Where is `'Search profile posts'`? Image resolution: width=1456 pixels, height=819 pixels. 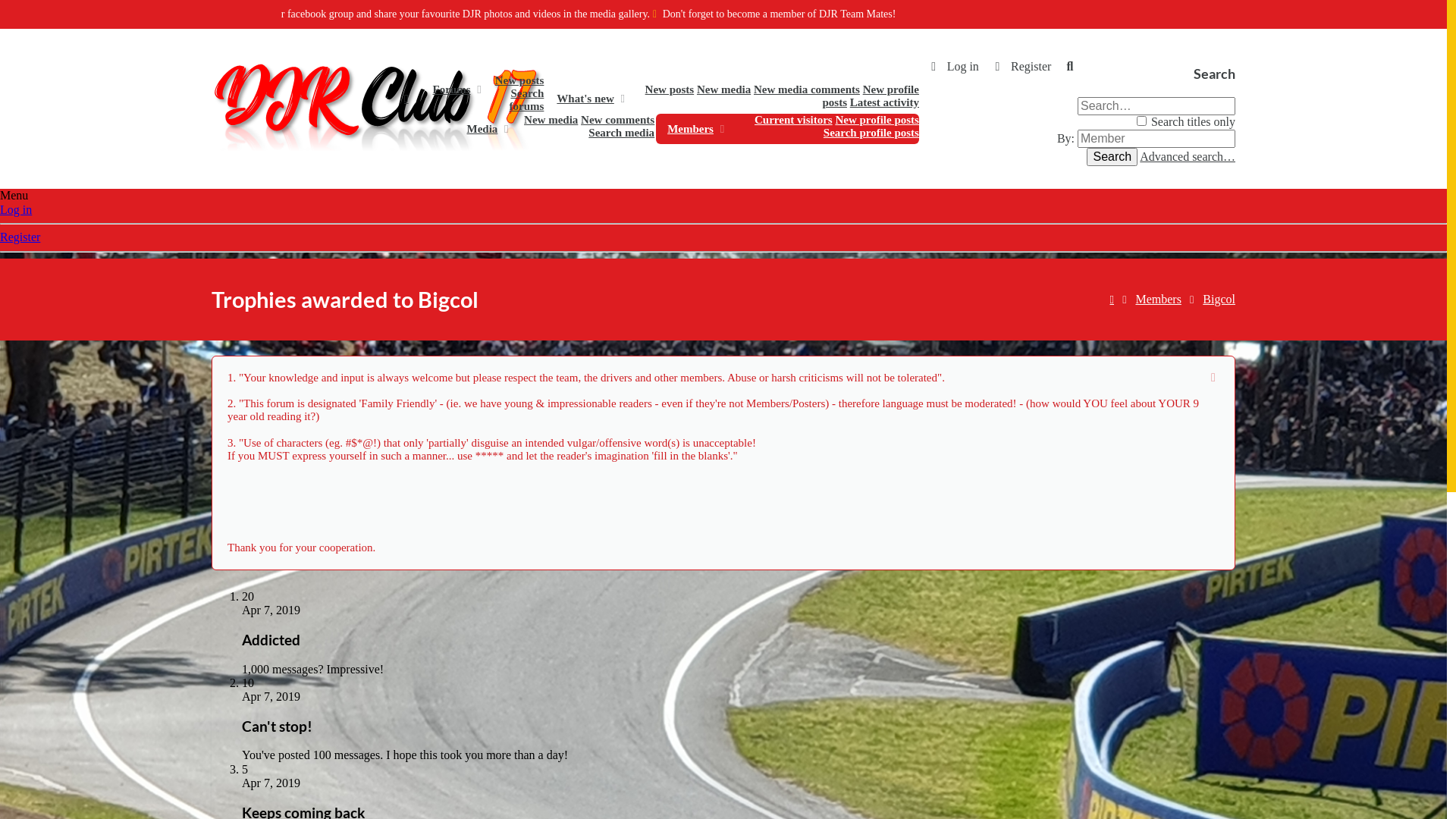 'Search profile posts' is located at coordinates (871, 131).